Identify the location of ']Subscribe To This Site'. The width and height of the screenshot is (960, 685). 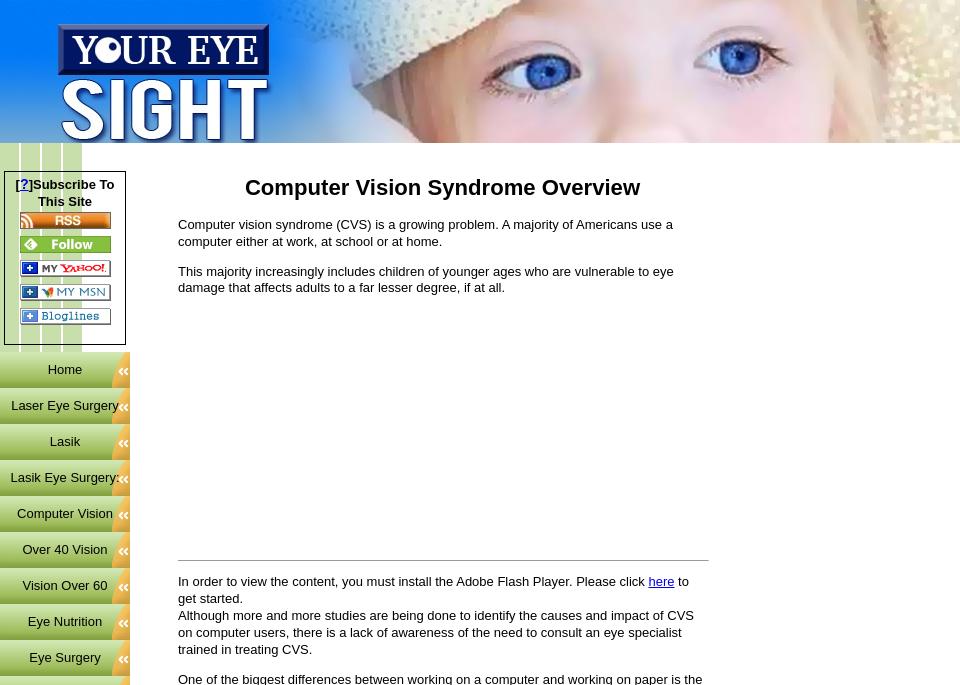
(71, 192).